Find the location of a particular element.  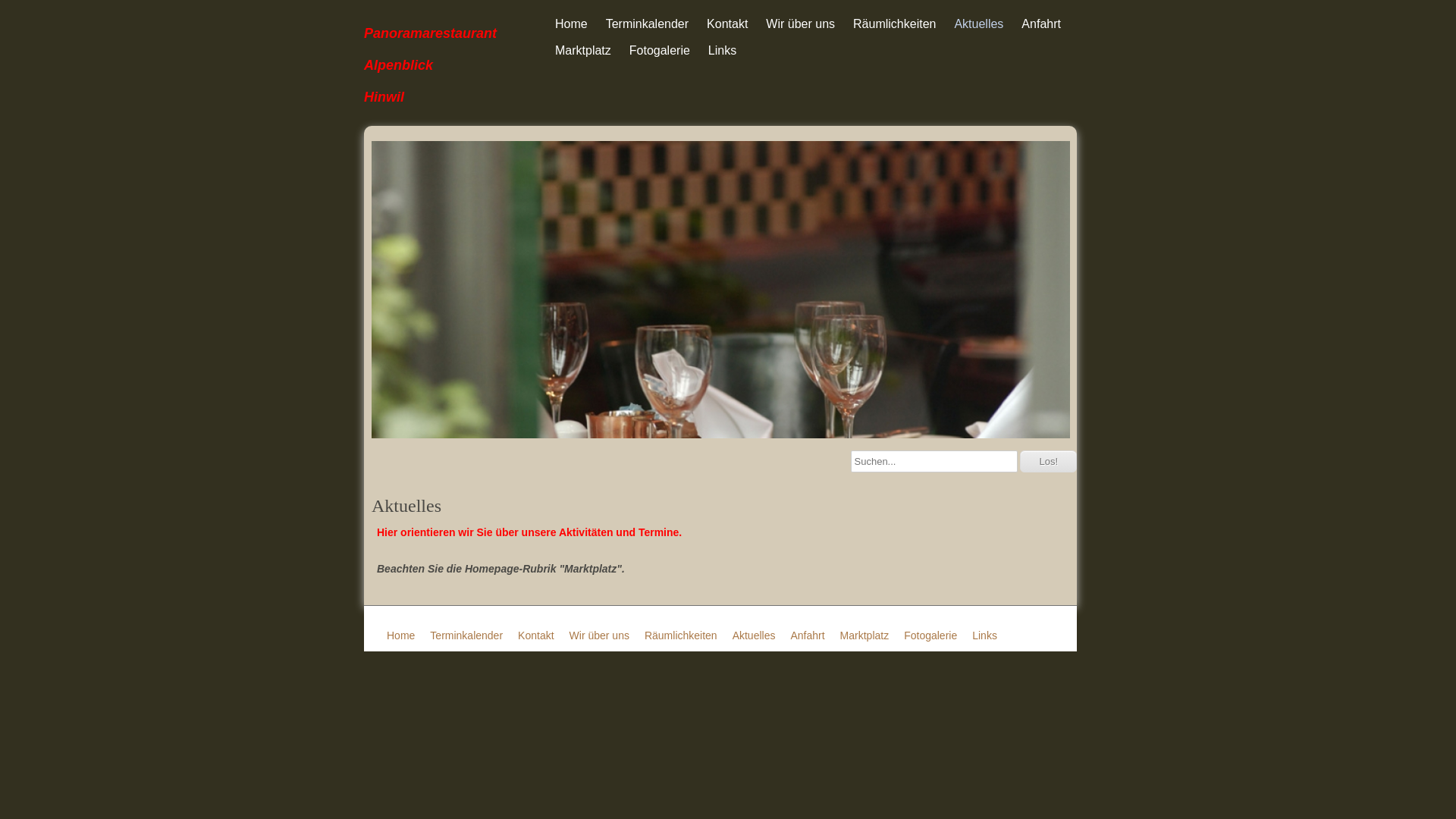

'Kontakt' is located at coordinates (535, 635).